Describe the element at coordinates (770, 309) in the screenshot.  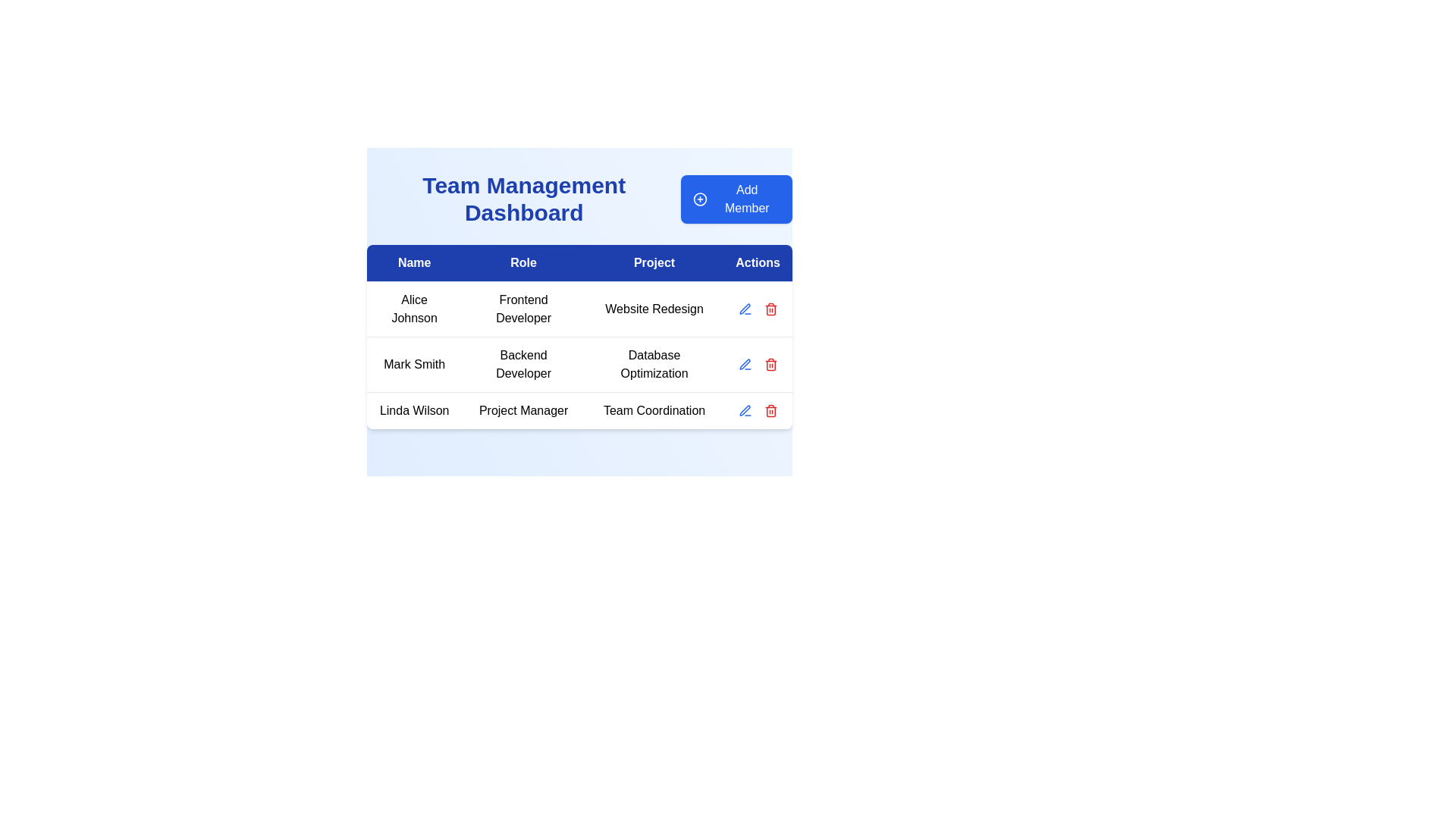
I see `the red trash bin icon in the 'Actions' column` at that location.